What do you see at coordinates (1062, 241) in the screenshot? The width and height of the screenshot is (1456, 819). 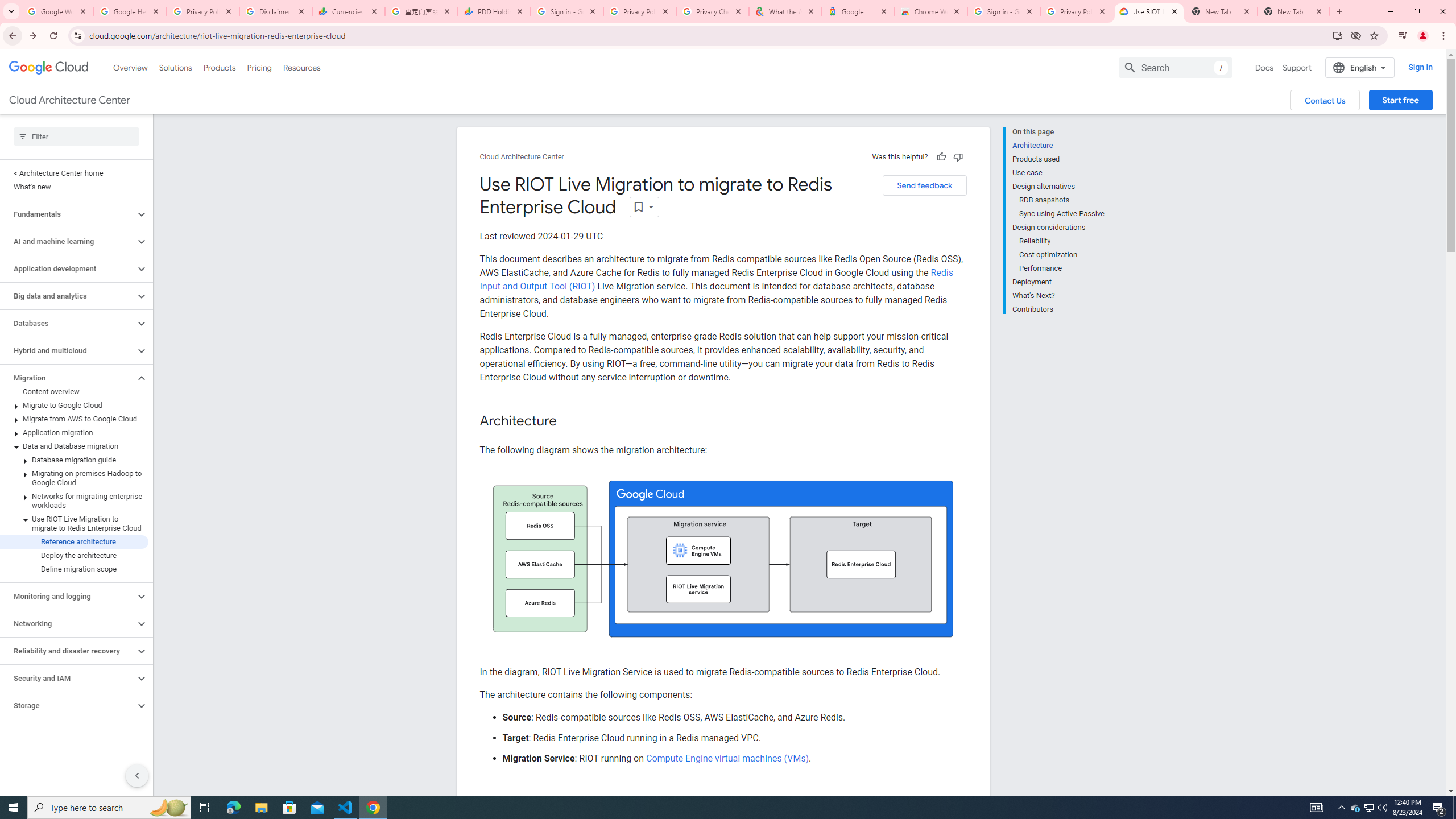 I see `'Reliability'` at bounding box center [1062, 241].